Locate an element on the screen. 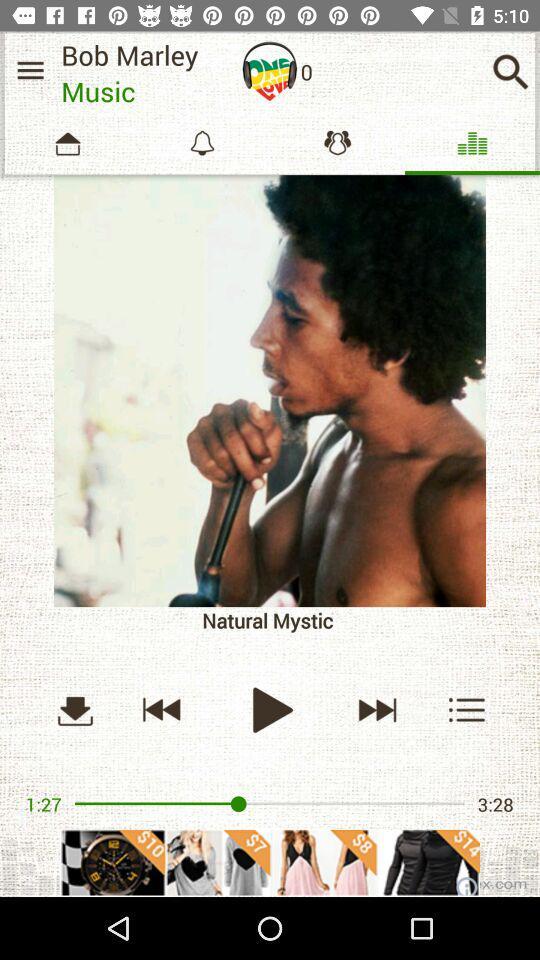  button is located at coordinates (269, 709).